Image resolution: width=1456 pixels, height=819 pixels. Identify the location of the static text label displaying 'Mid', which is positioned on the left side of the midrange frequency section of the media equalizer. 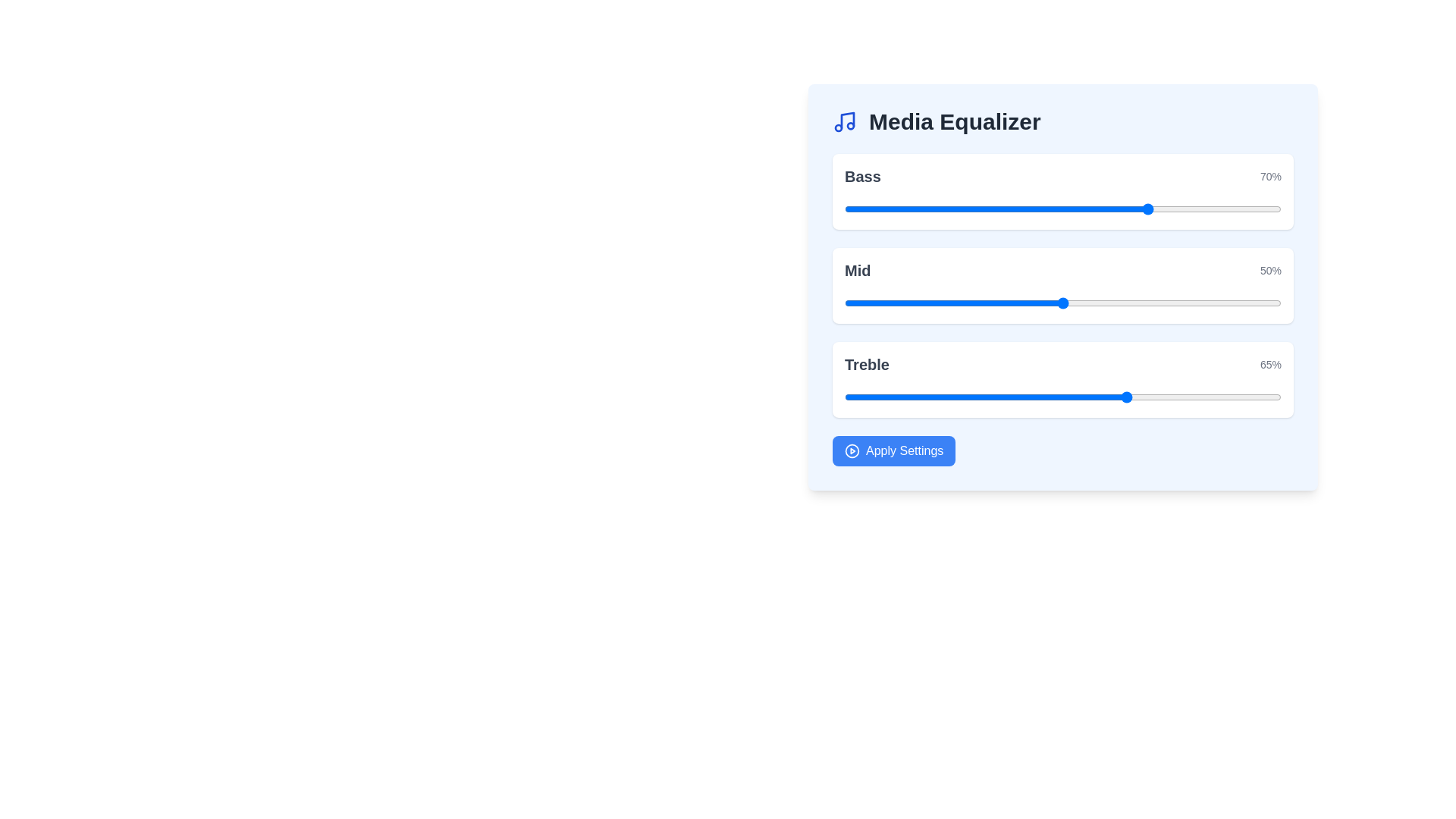
(858, 270).